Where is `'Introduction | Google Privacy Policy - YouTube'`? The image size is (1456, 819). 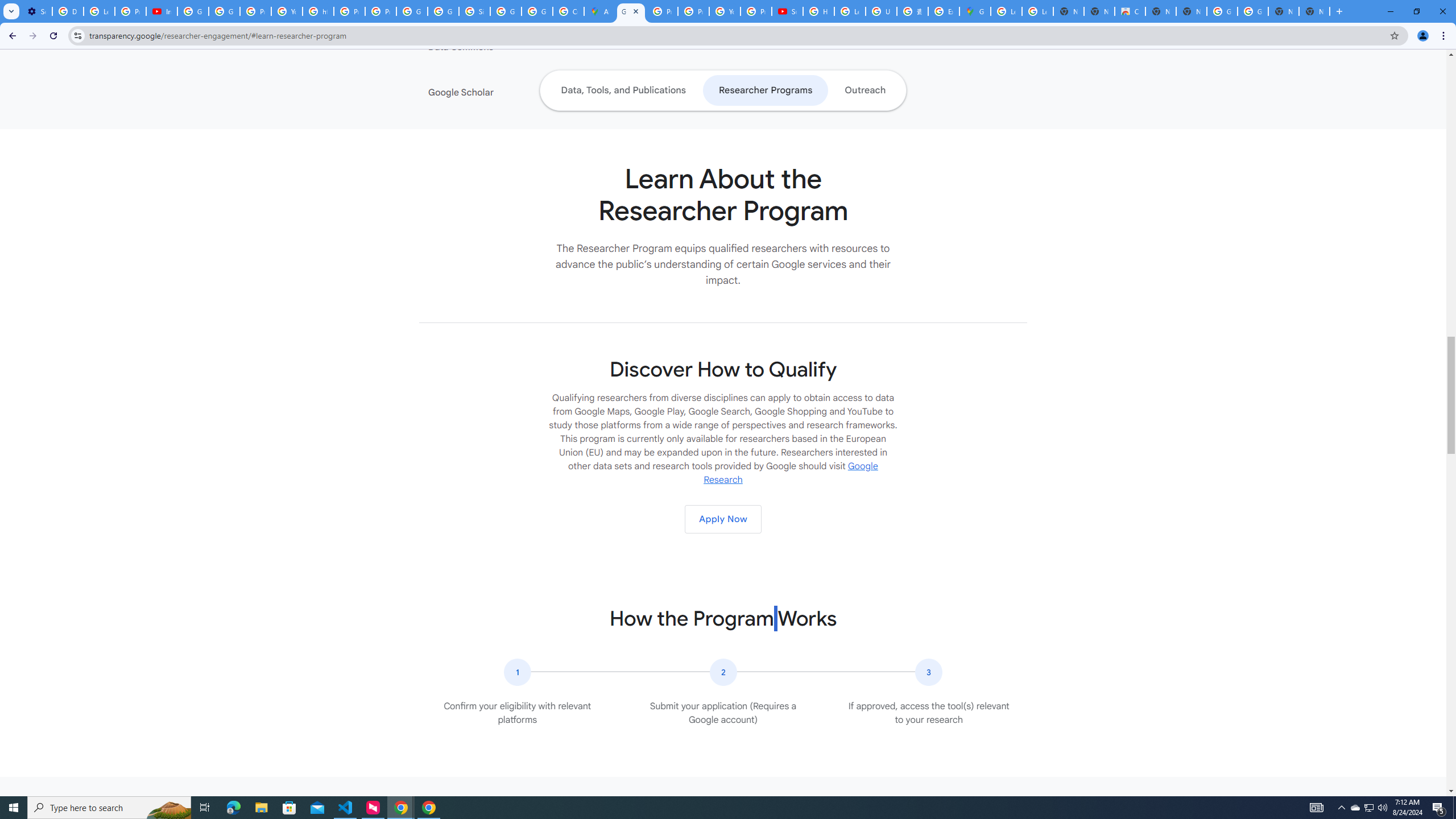
'Introduction | Google Privacy Policy - YouTube' is located at coordinates (162, 11).